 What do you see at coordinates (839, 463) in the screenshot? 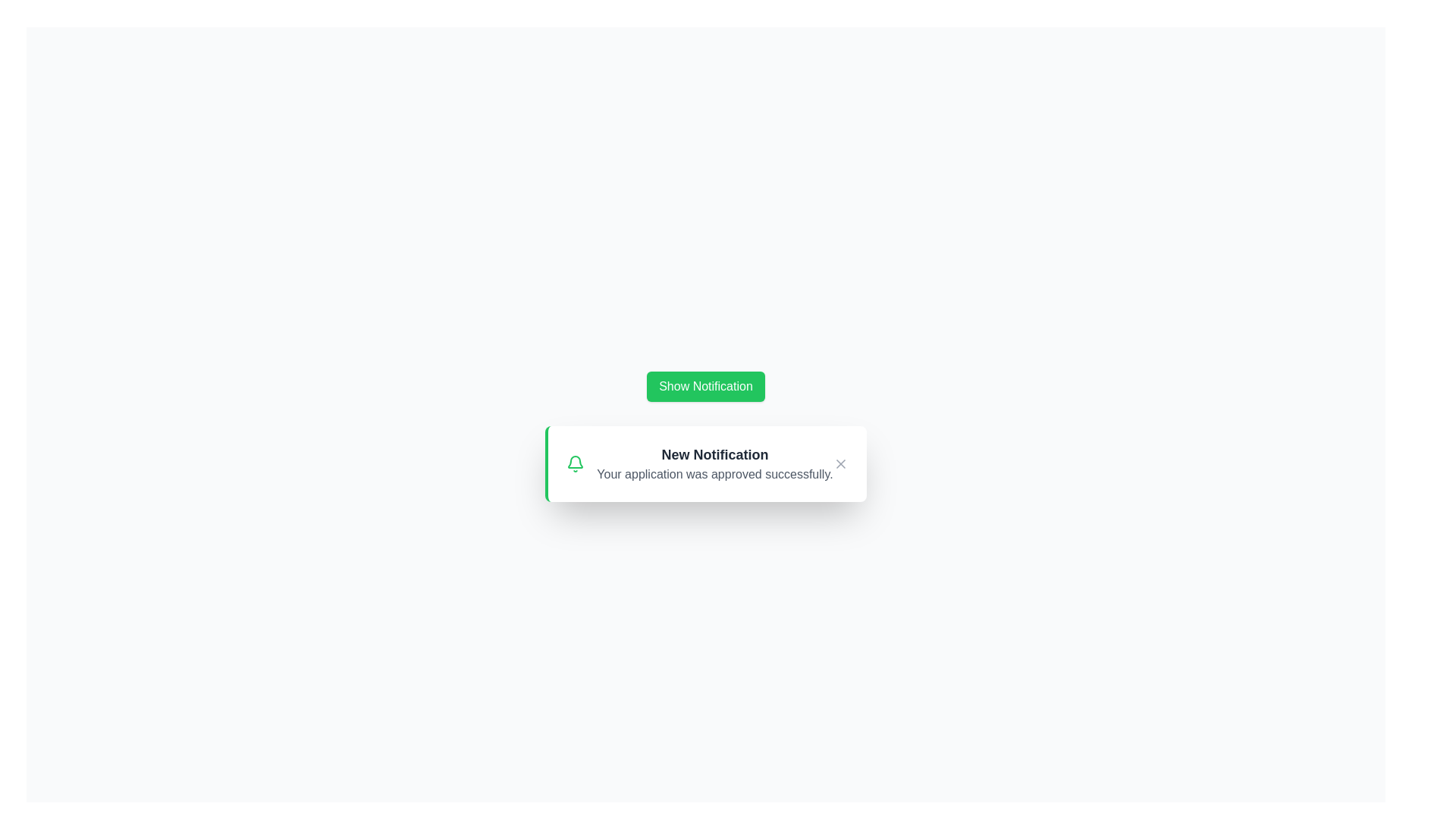
I see `the close icon located at the top-right corner of the notification card` at bounding box center [839, 463].